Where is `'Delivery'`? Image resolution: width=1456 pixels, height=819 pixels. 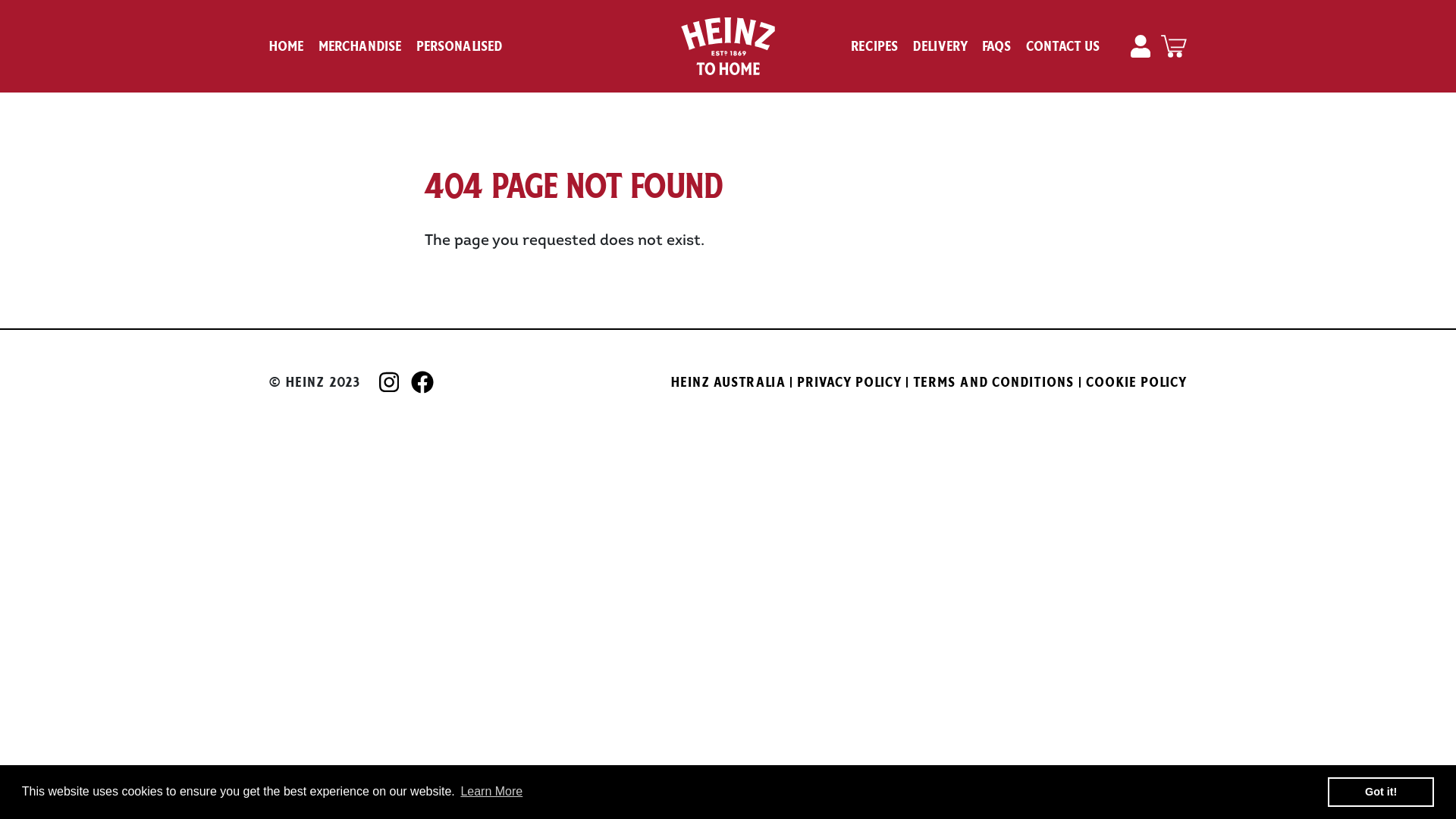 'Delivery' is located at coordinates (912, 45).